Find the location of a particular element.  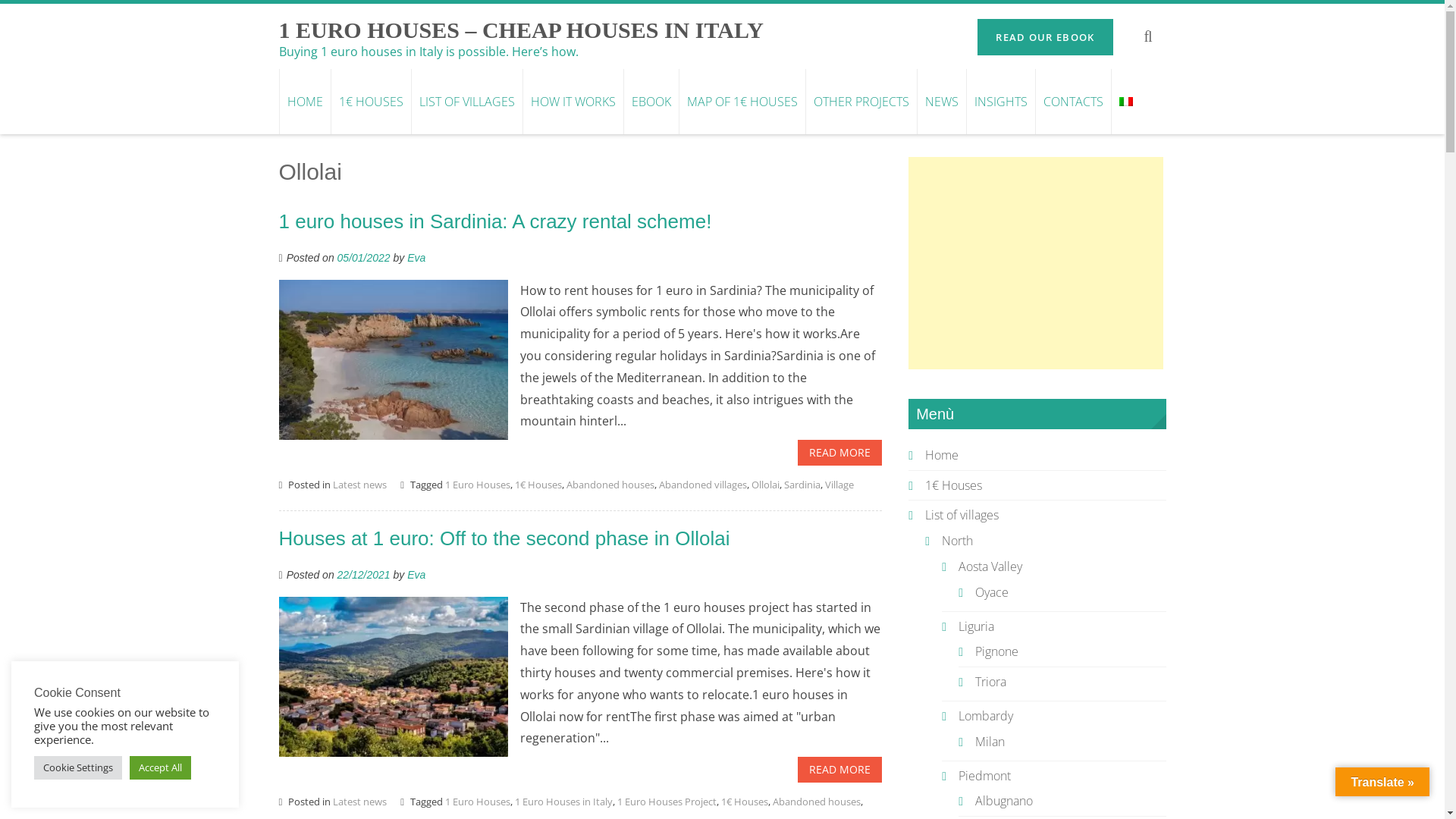

'CONTACTS' is located at coordinates (1072, 102).